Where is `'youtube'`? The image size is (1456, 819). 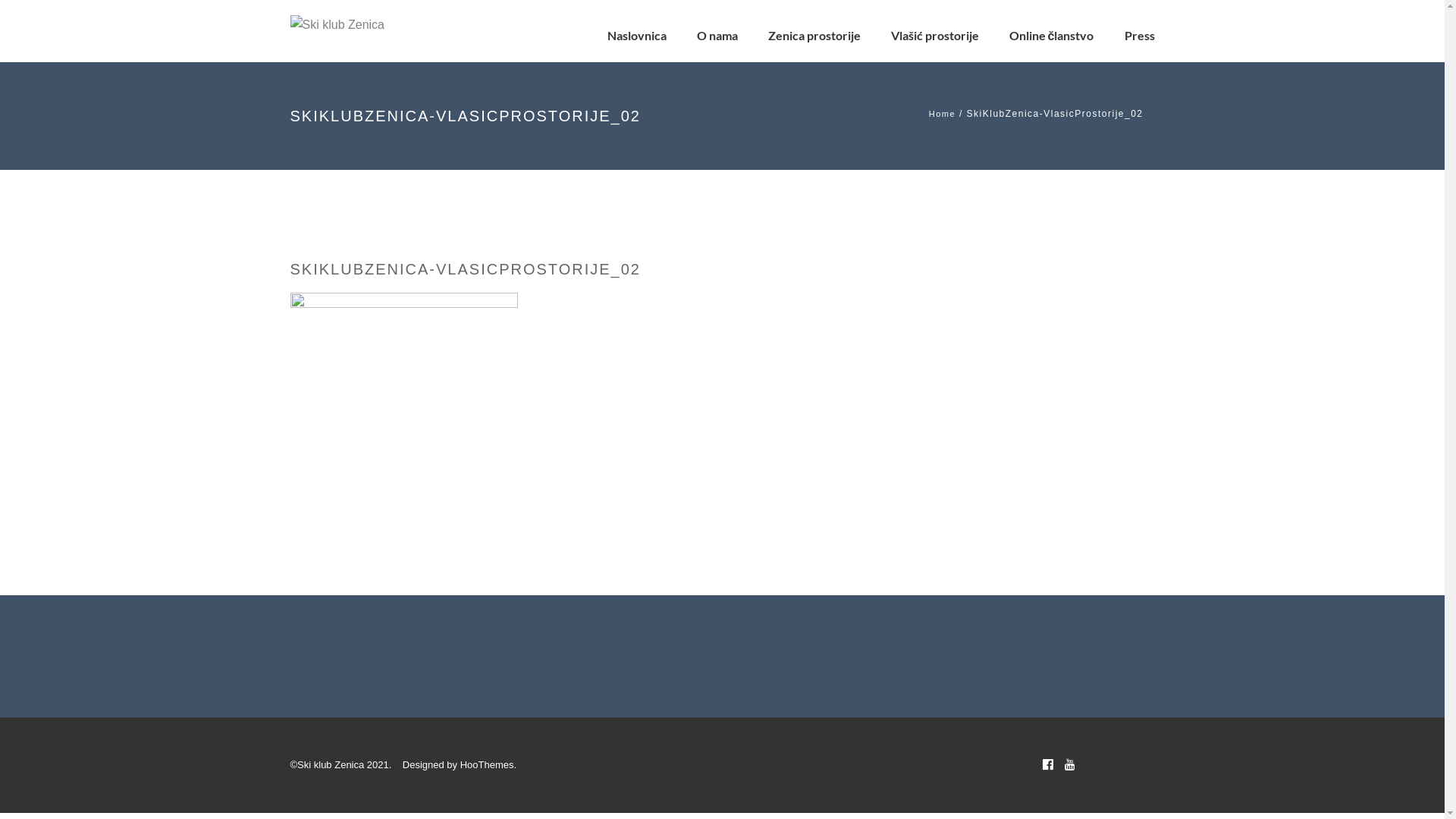
'youtube' is located at coordinates (1063, 764).